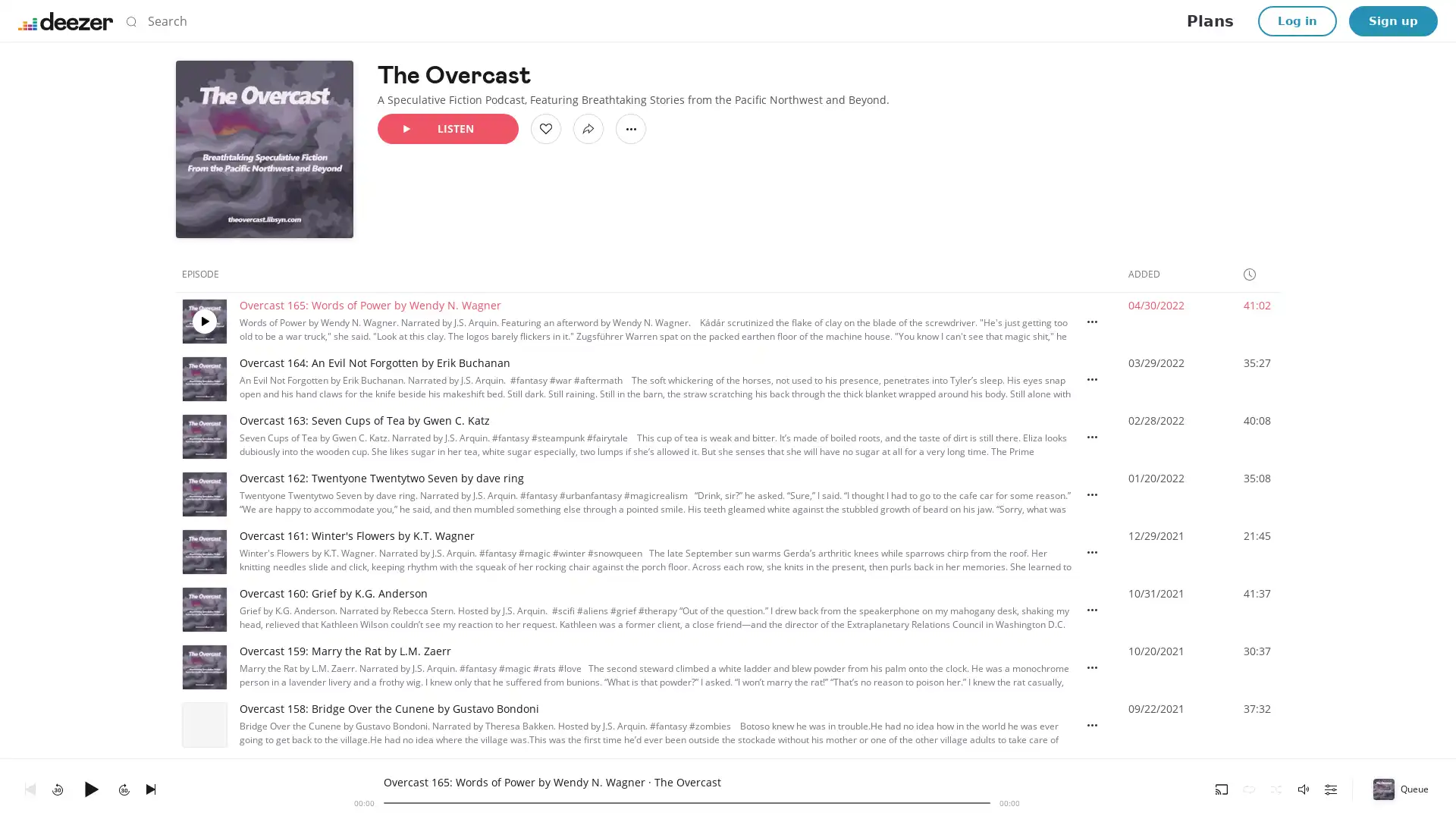 The width and height of the screenshot is (1456, 819). Describe the element at coordinates (447, 127) in the screenshot. I see `LISTEN` at that location.